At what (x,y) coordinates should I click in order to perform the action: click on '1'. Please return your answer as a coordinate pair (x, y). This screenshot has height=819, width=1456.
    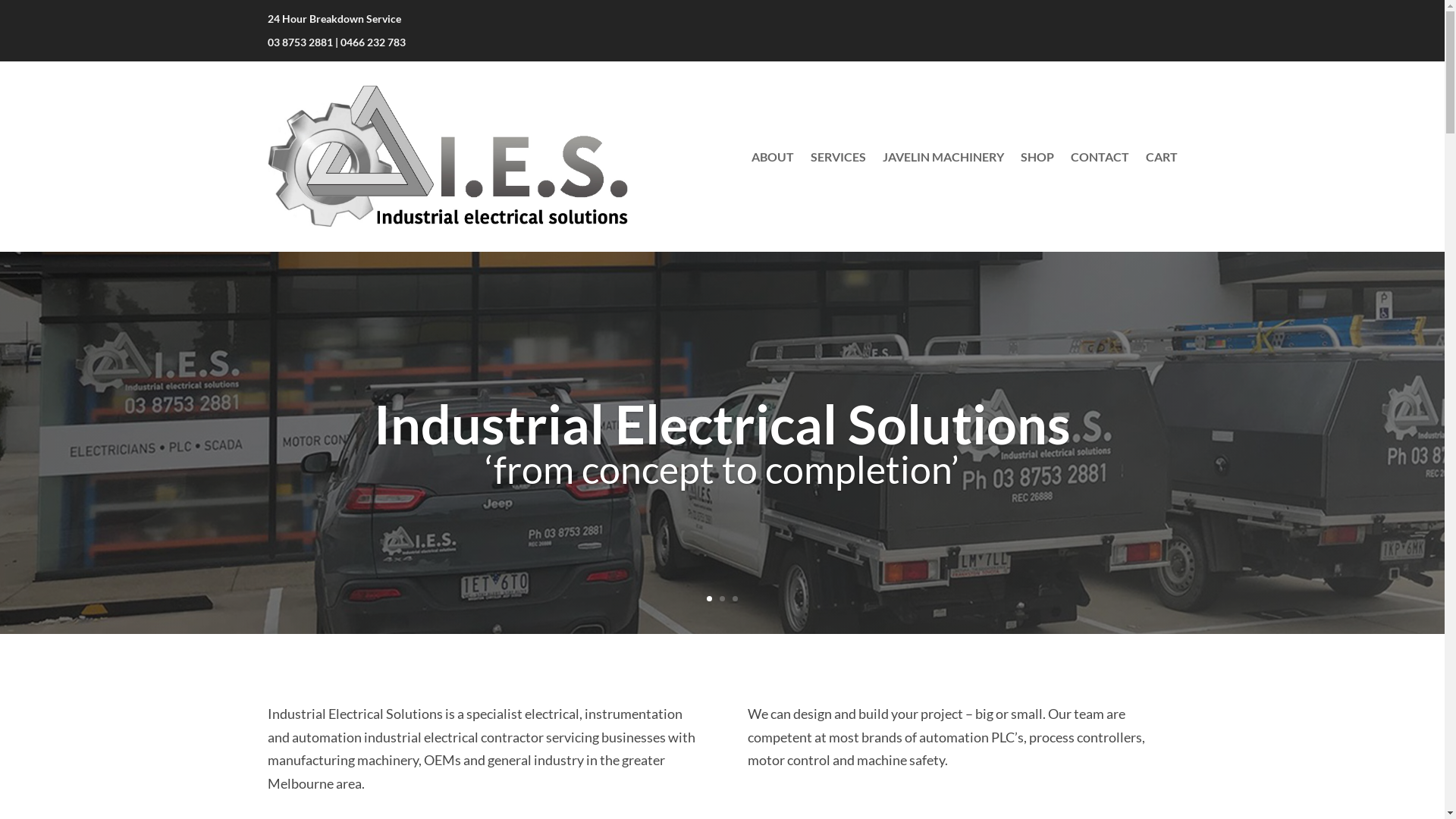
    Looking at the image, I should click on (705, 598).